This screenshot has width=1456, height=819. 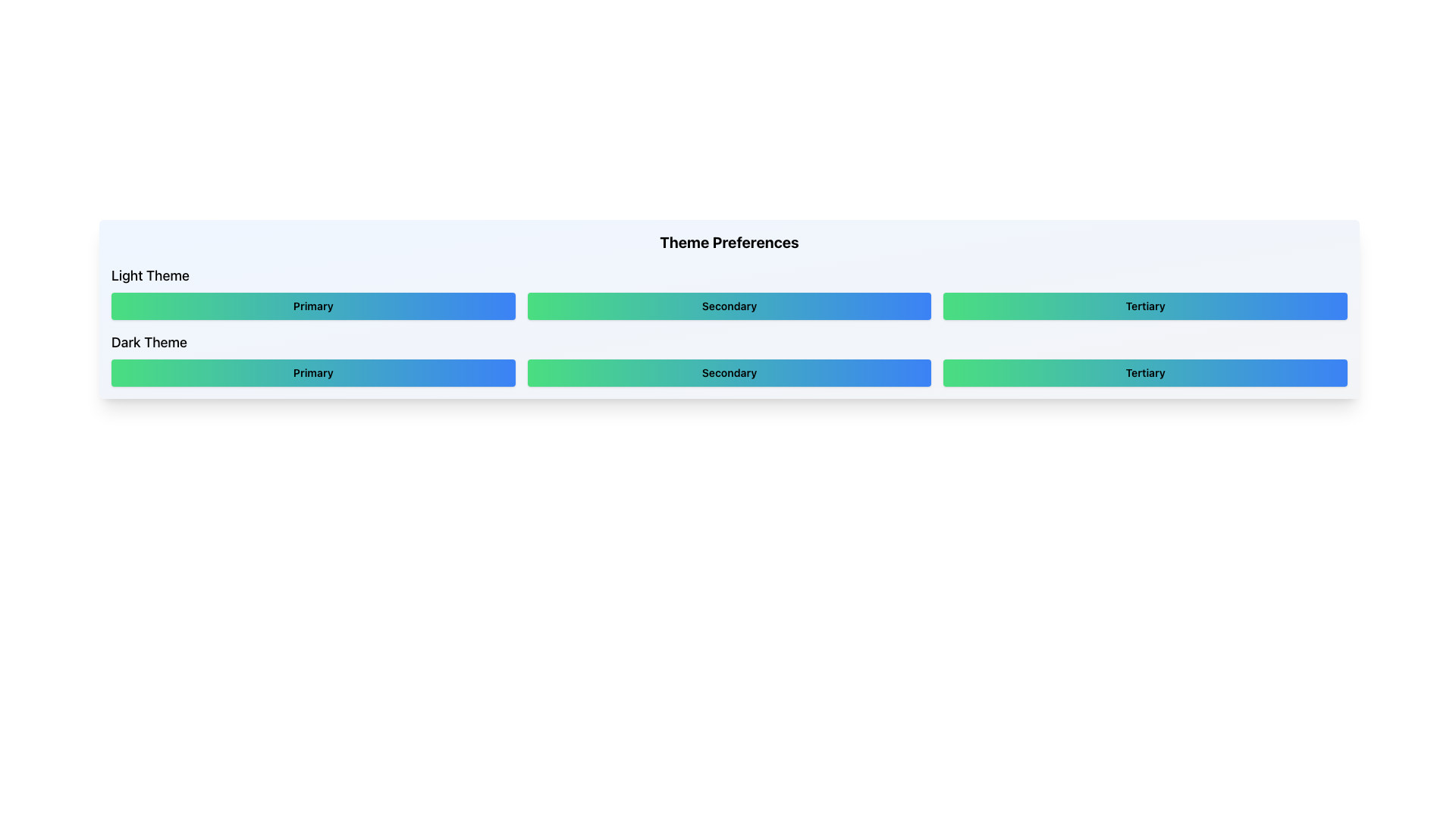 What do you see at coordinates (1145, 306) in the screenshot?
I see `the 'Tertiary' button, which is the rightmost button in a horizontal grid layout of three buttons` at bounding box center [1145, 306].